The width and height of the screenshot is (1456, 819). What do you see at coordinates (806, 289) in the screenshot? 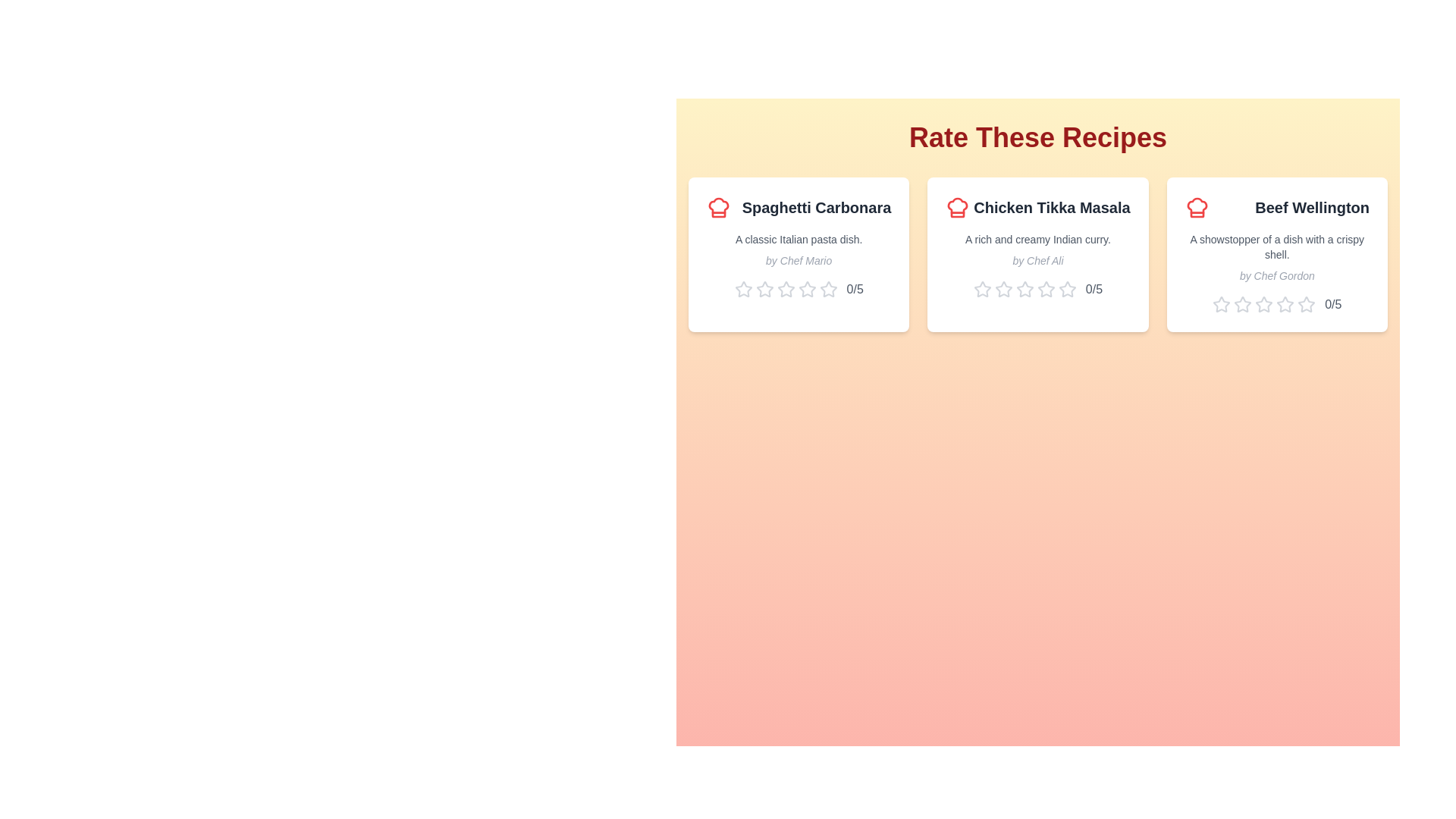
I see `the rating for a recipe to 4 stars` at bounding box center [806, 289].